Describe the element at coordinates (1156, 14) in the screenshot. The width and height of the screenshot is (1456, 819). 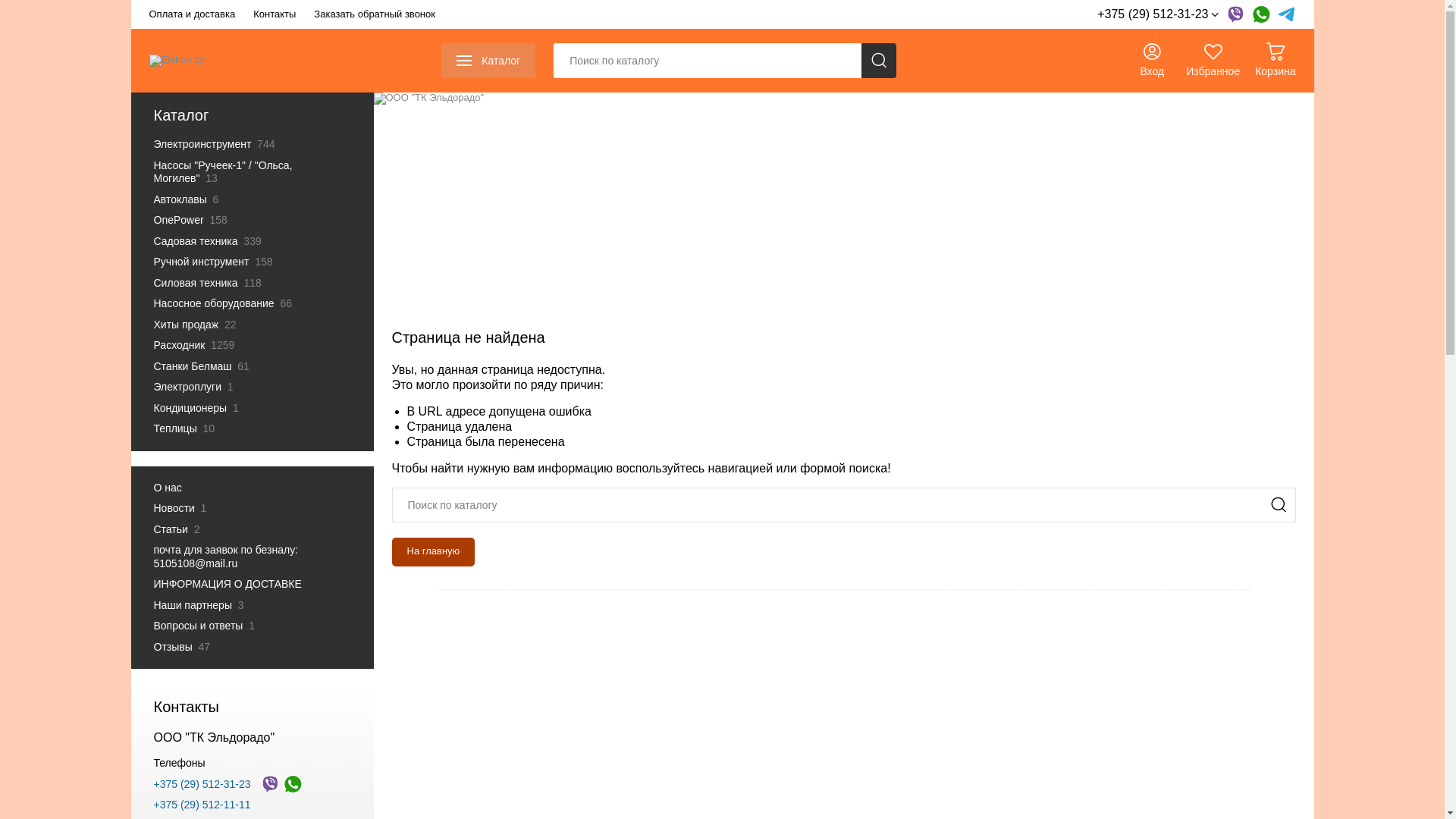
I see `'+375 (29) 512-31-23'` at that location.